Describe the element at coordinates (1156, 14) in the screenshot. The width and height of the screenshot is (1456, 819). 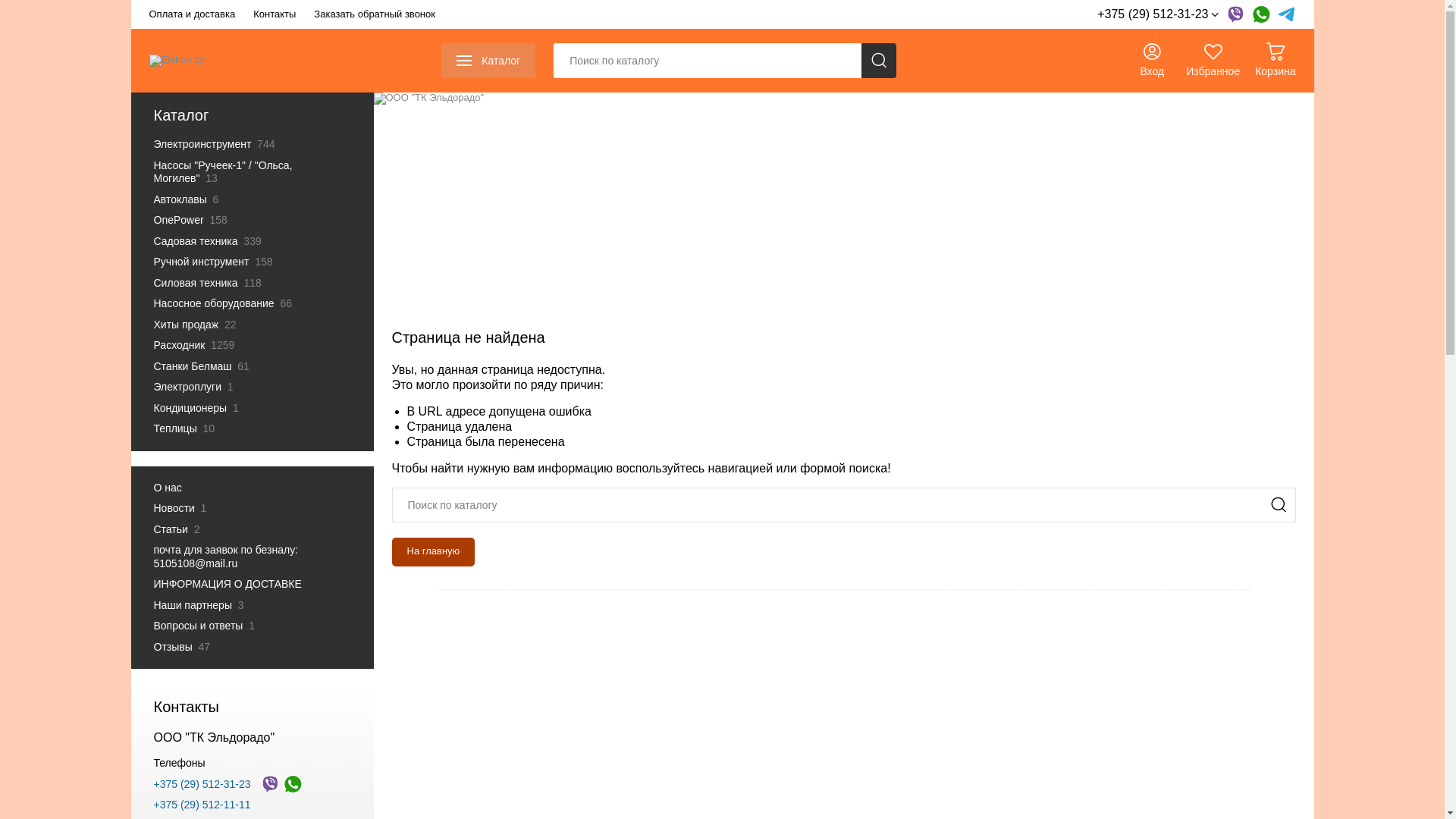
I see `'+375 (29) 512-31-23'` at that location.